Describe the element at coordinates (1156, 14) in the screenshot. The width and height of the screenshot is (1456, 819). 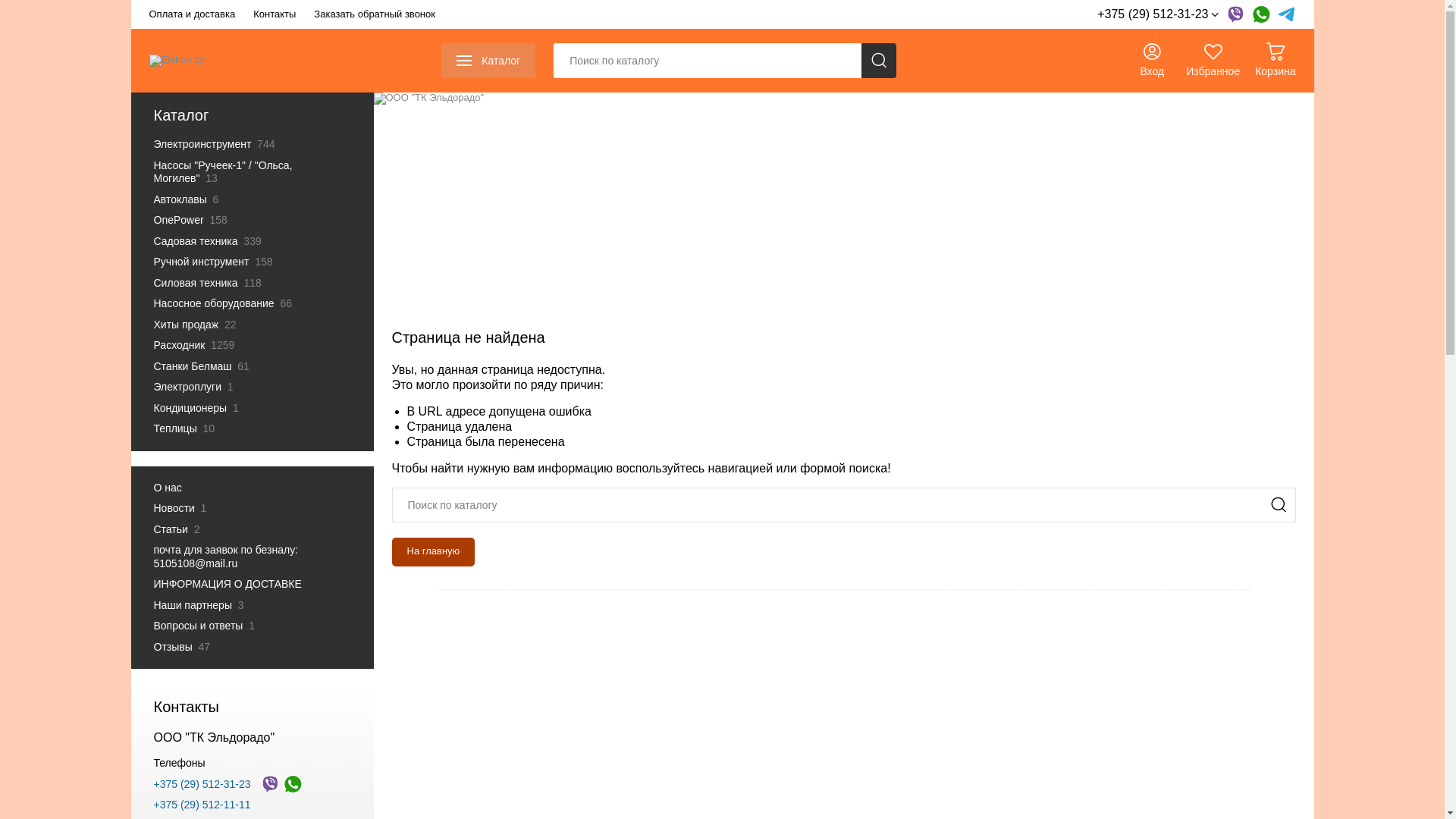
I see `'+375 (29) 512-31-23'` at that location.